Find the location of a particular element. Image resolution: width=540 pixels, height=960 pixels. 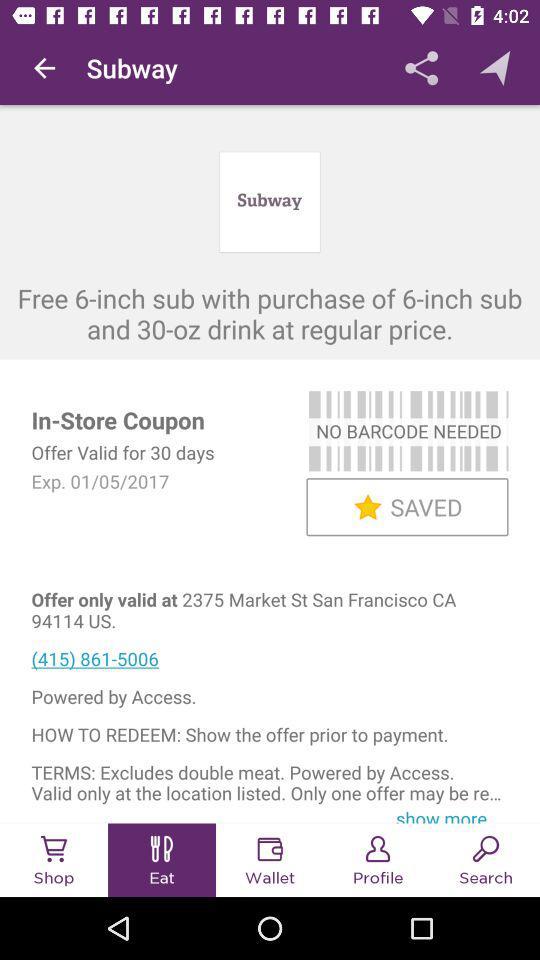

show more... item is located at coordinates (448, 814).